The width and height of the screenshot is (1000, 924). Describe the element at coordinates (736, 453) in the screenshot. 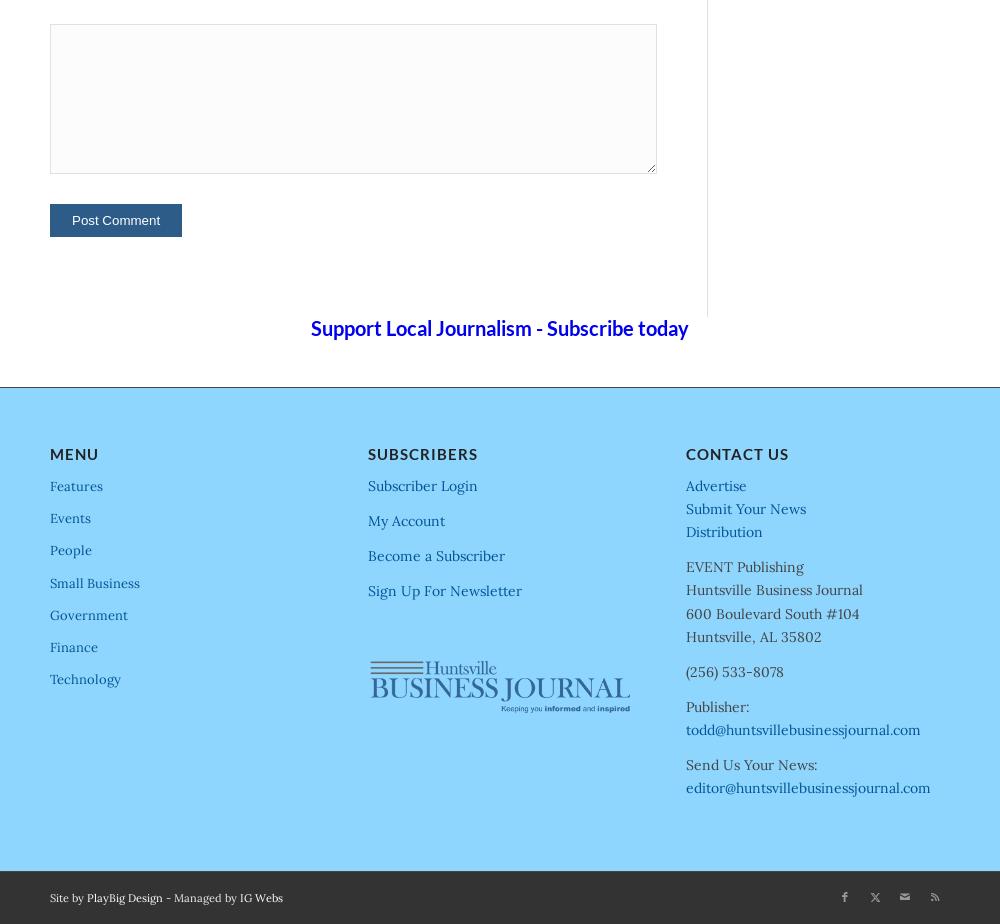

I see `'Contact Us'` at that location.